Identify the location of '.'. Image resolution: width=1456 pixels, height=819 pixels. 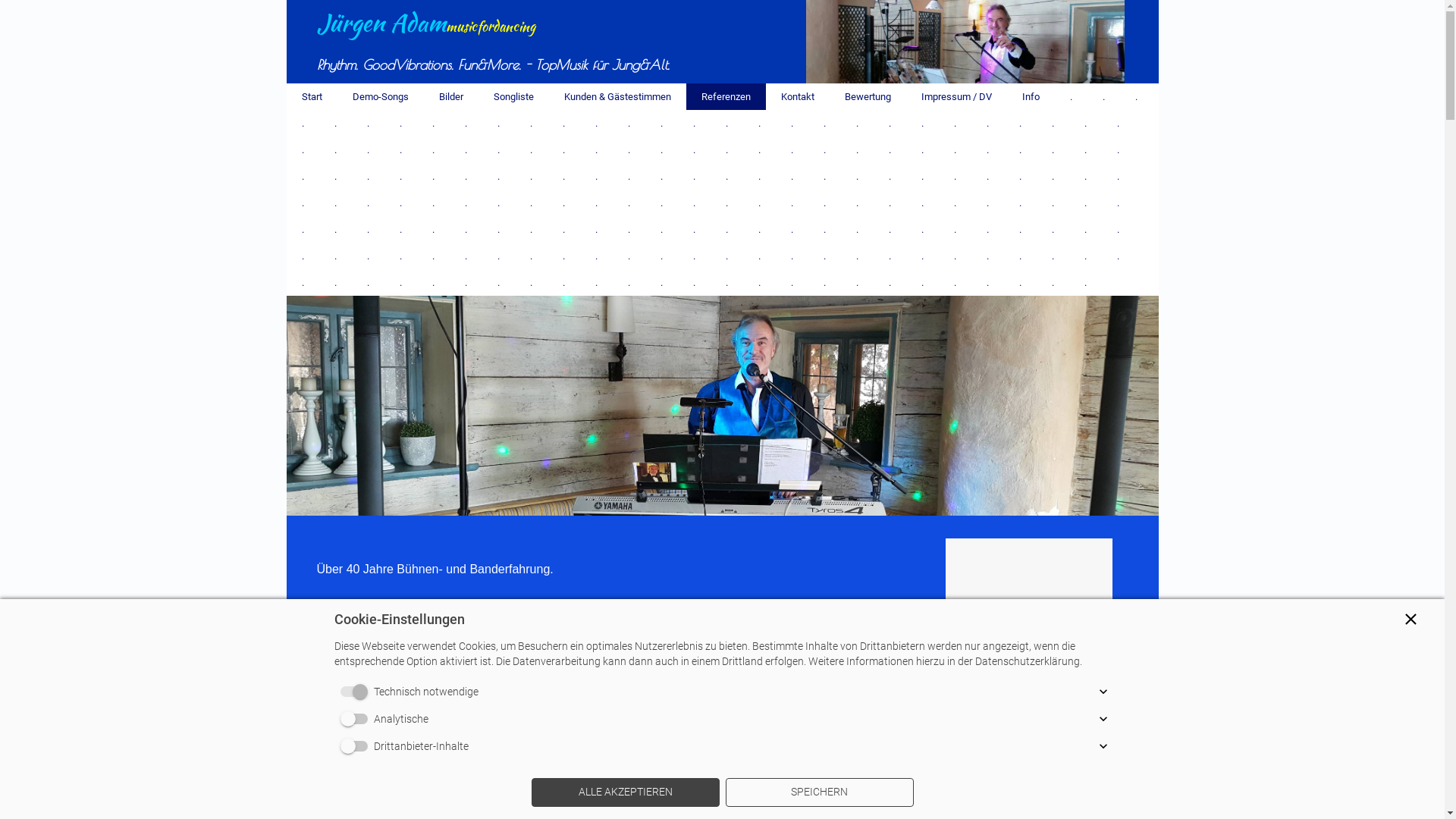
(1084, 122).